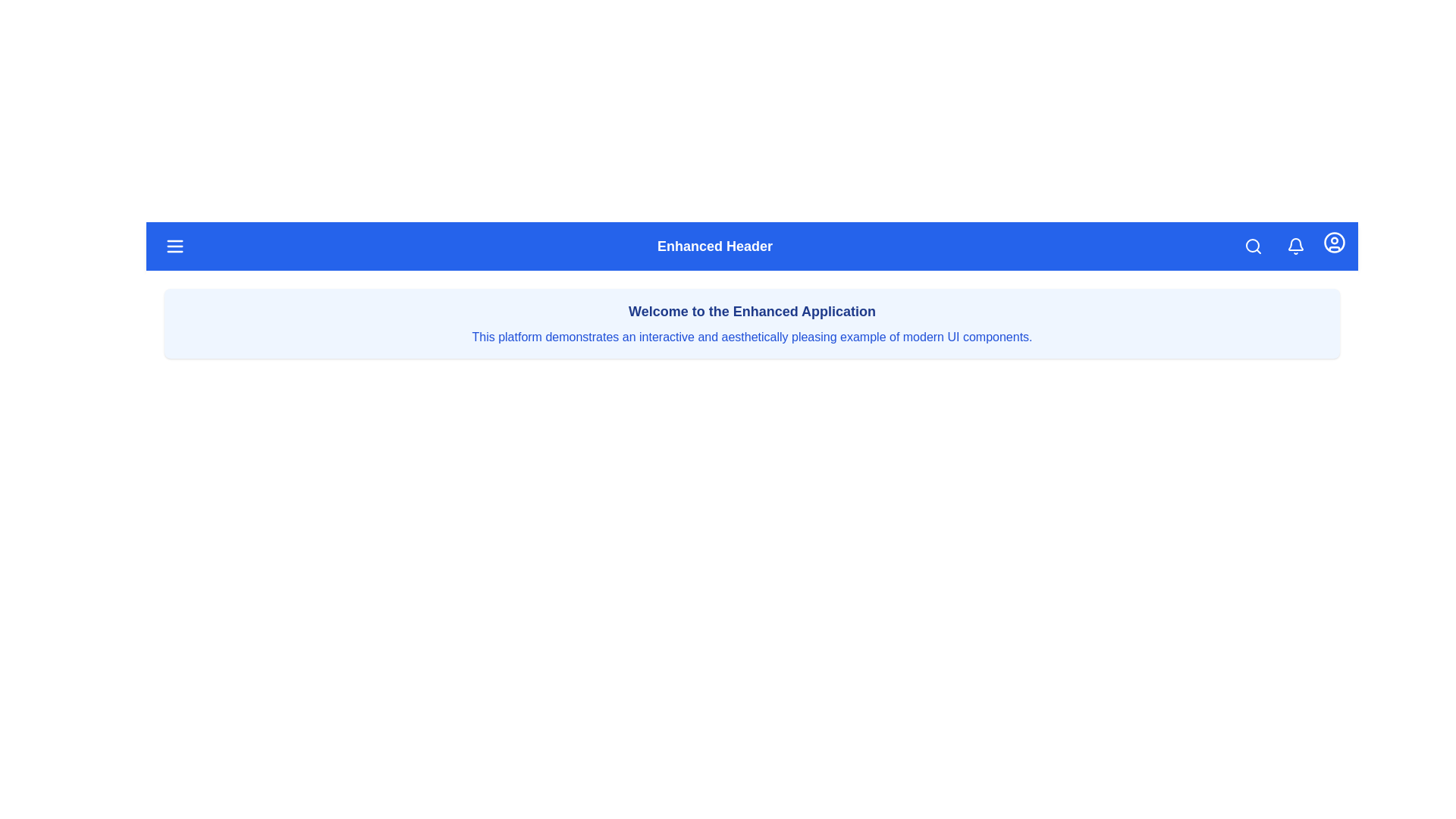 This screenshot has height=819, width=1456. Describe the element at coordinates (1253, 245) in the screenshot. I see `the search button` at that location.